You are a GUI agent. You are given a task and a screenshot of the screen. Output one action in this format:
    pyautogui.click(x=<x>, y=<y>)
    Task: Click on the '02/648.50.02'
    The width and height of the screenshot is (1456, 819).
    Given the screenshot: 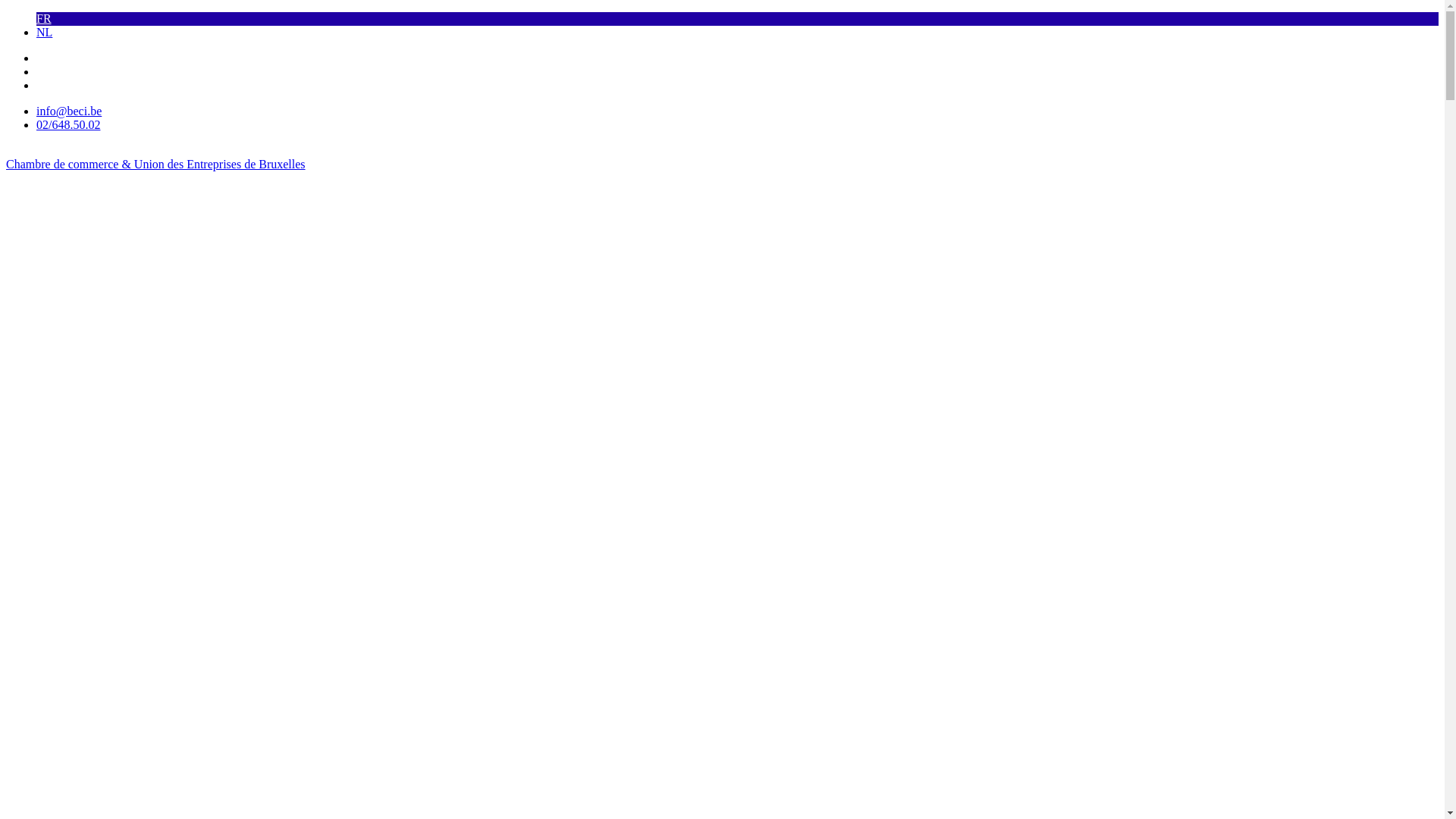 What is the action you would take?
    pyautogui.click(x=67, y=124)
    